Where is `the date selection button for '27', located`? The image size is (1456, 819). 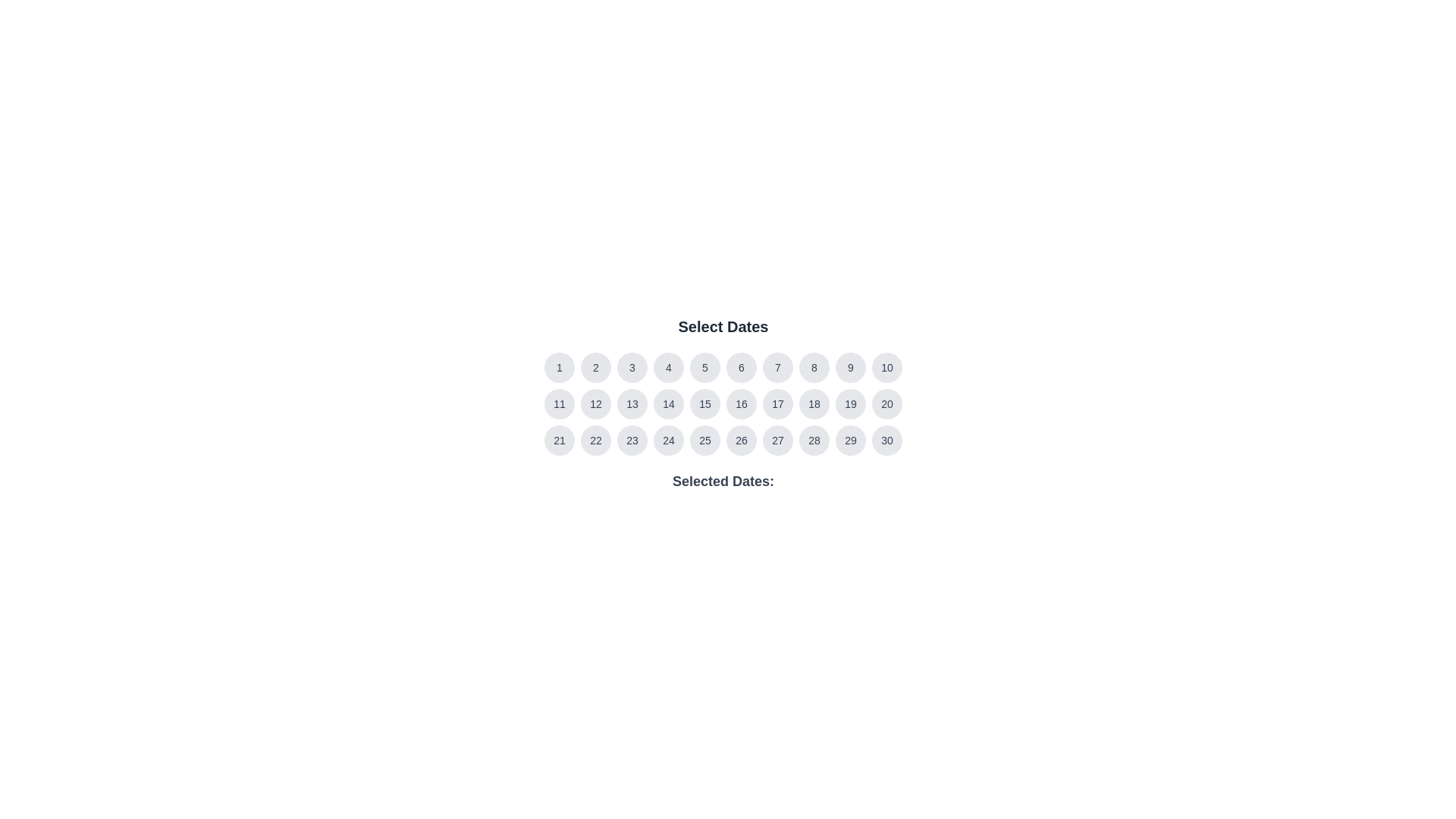 the date selection button for '27', located is located at coordinates (778, 441).